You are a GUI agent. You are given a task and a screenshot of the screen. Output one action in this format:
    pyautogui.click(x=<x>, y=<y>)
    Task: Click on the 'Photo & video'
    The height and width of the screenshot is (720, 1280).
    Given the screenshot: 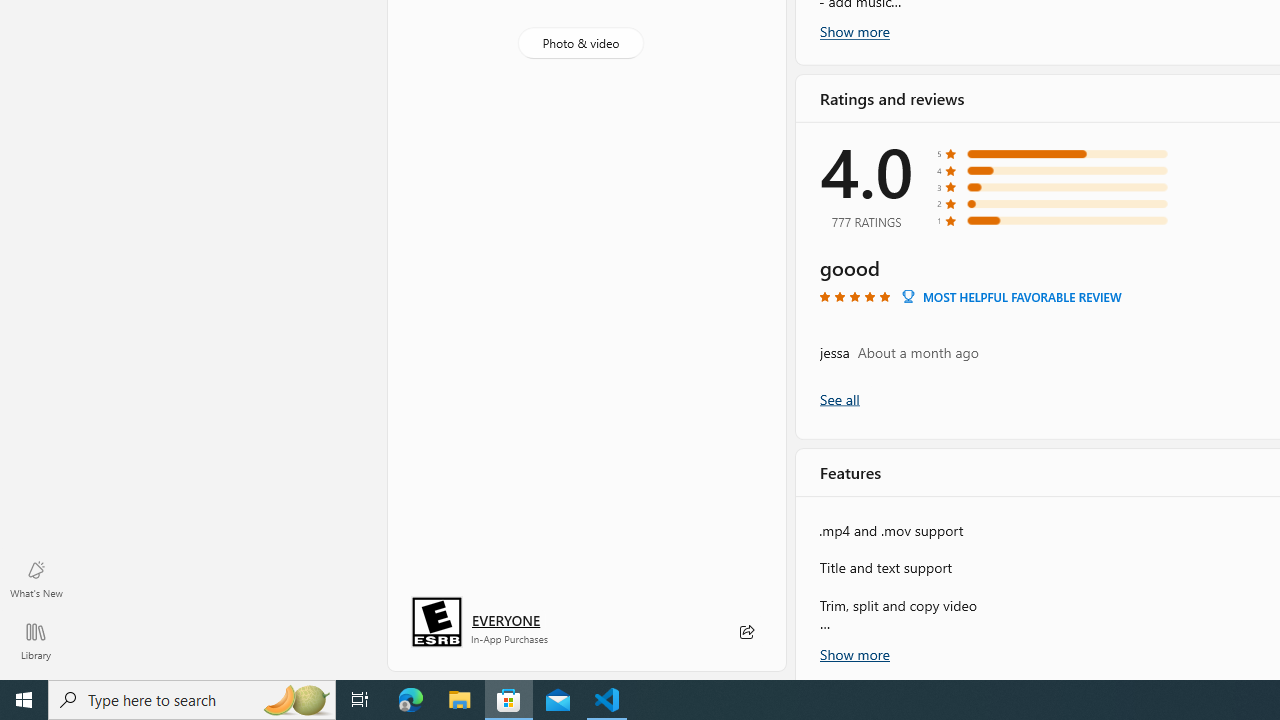 What is the action you would take?
    pyautogui.click(x=578, y=43)
    